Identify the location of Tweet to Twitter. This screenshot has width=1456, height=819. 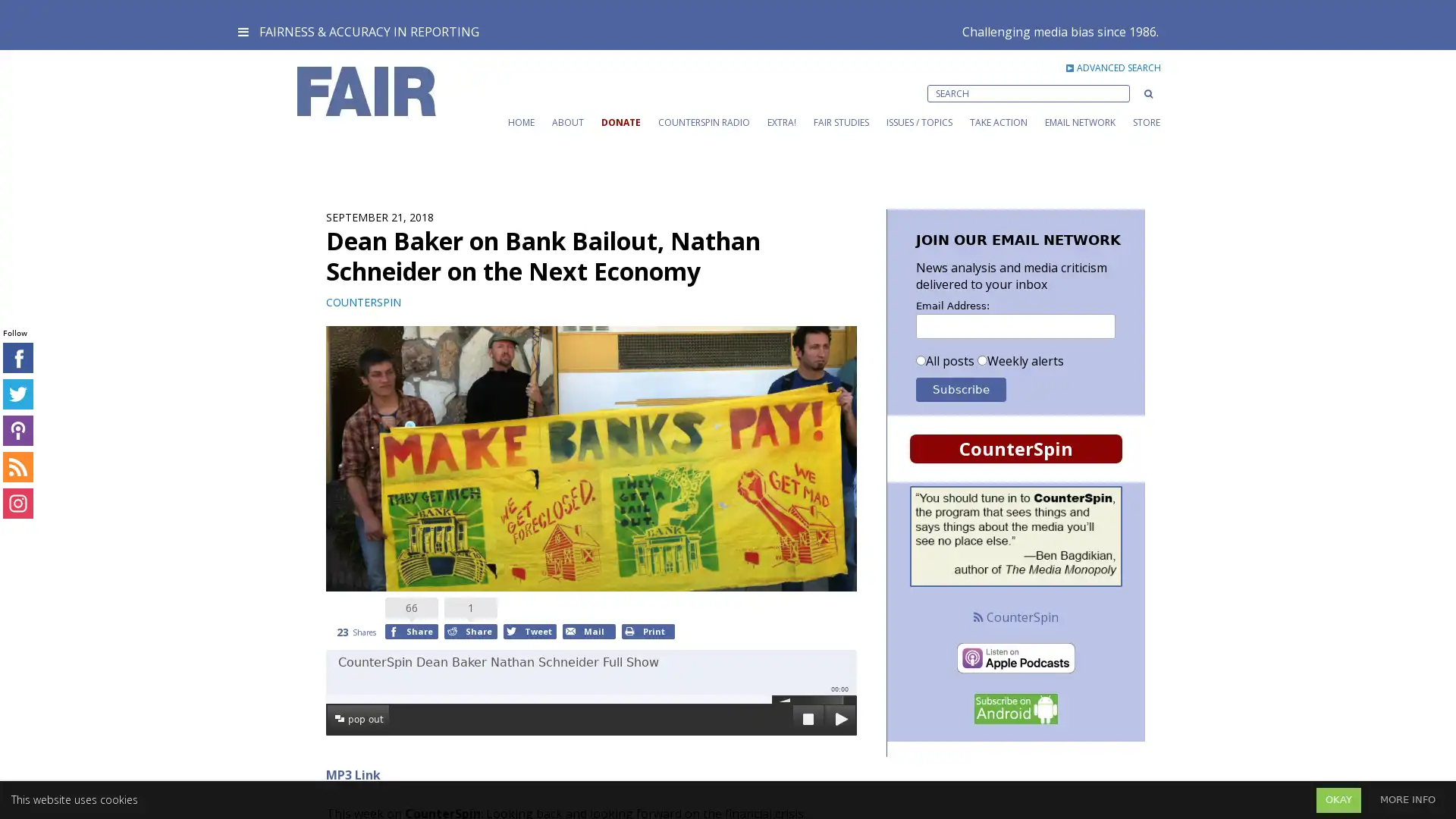
(530, 607).